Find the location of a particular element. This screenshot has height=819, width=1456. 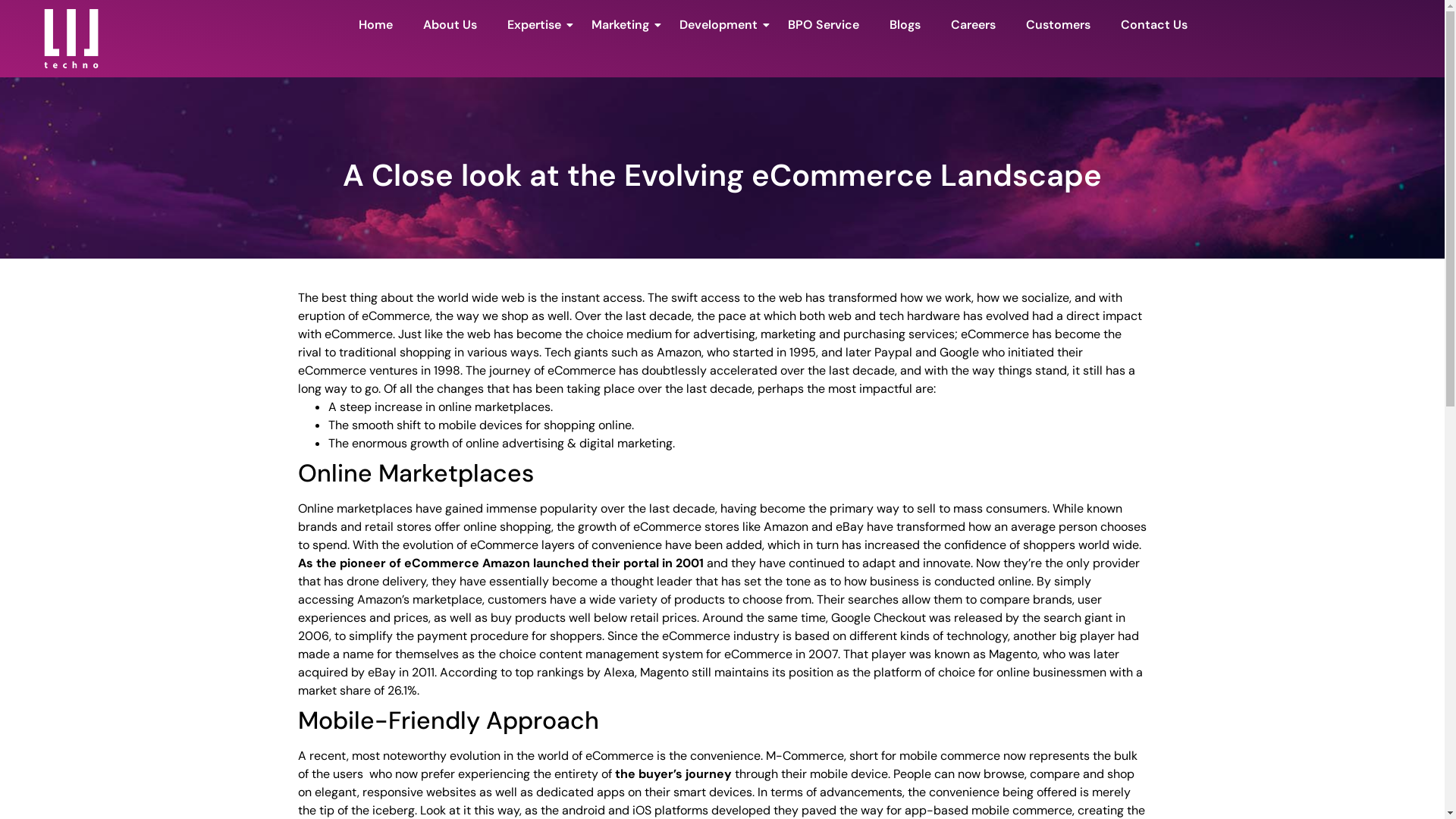

'Contact Us' is located at coordinates (1153, 26).